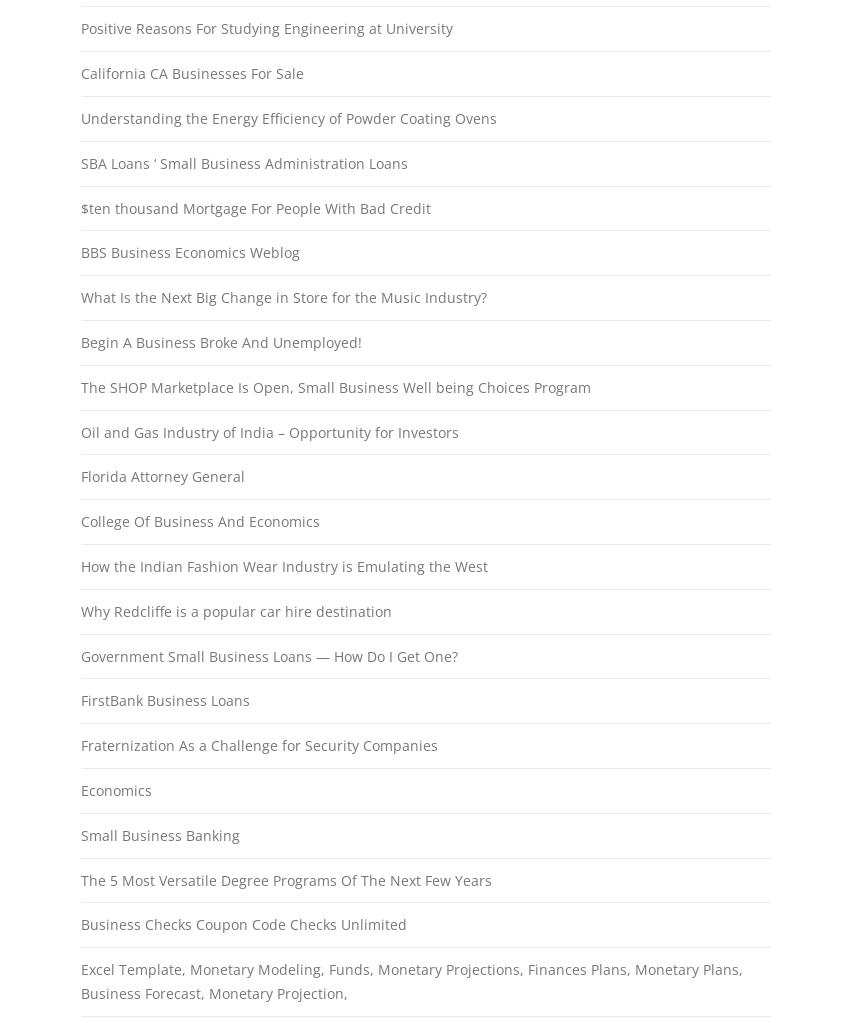 This screenshot has width=851, height=1023. I want to click on 'Business Checks Coupon Code Checks Unlimited', so click(241, 923).